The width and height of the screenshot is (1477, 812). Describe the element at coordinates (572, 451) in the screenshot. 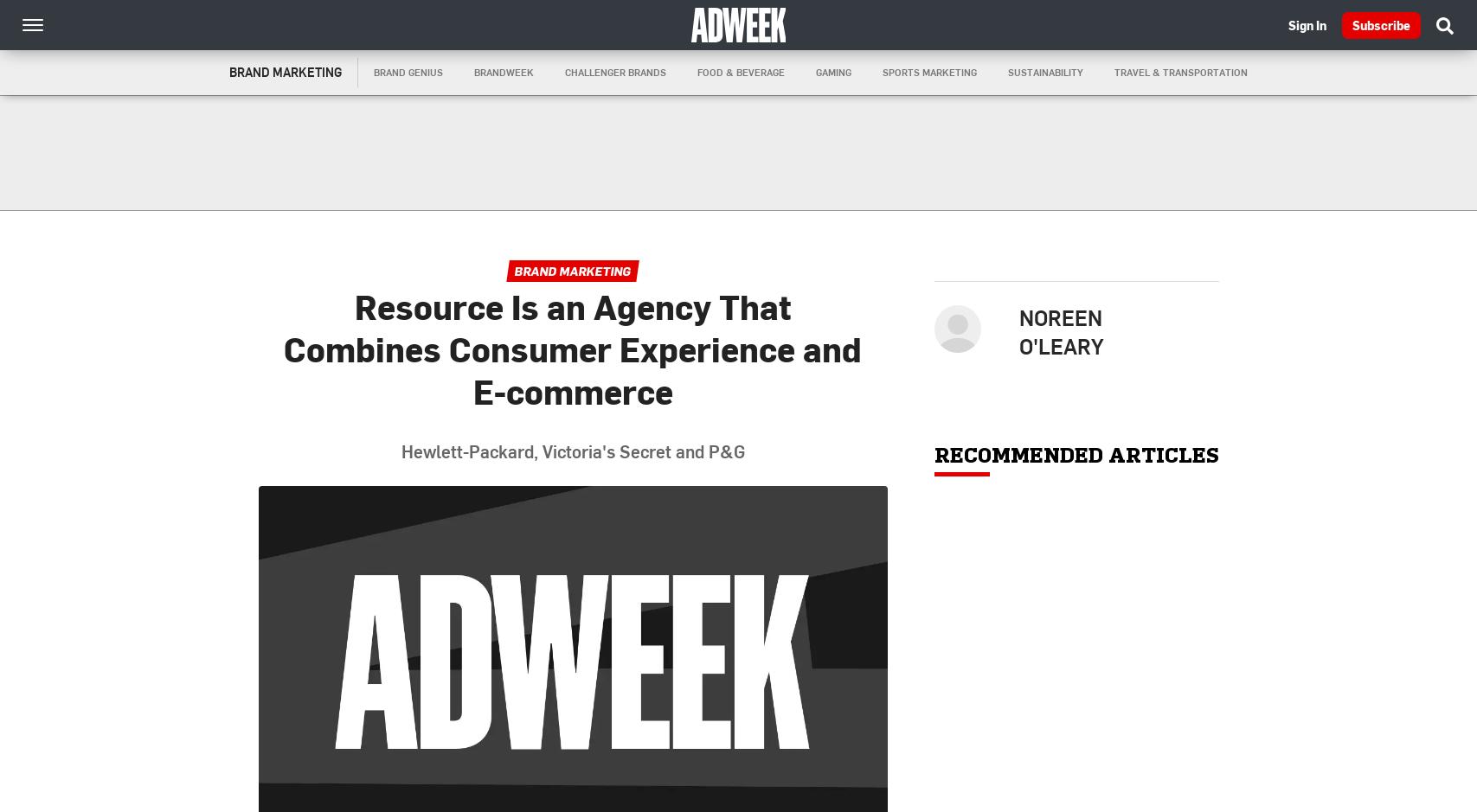

I see `'Hewlett-Packard, Victoria's Secret and P&G'` at that location.